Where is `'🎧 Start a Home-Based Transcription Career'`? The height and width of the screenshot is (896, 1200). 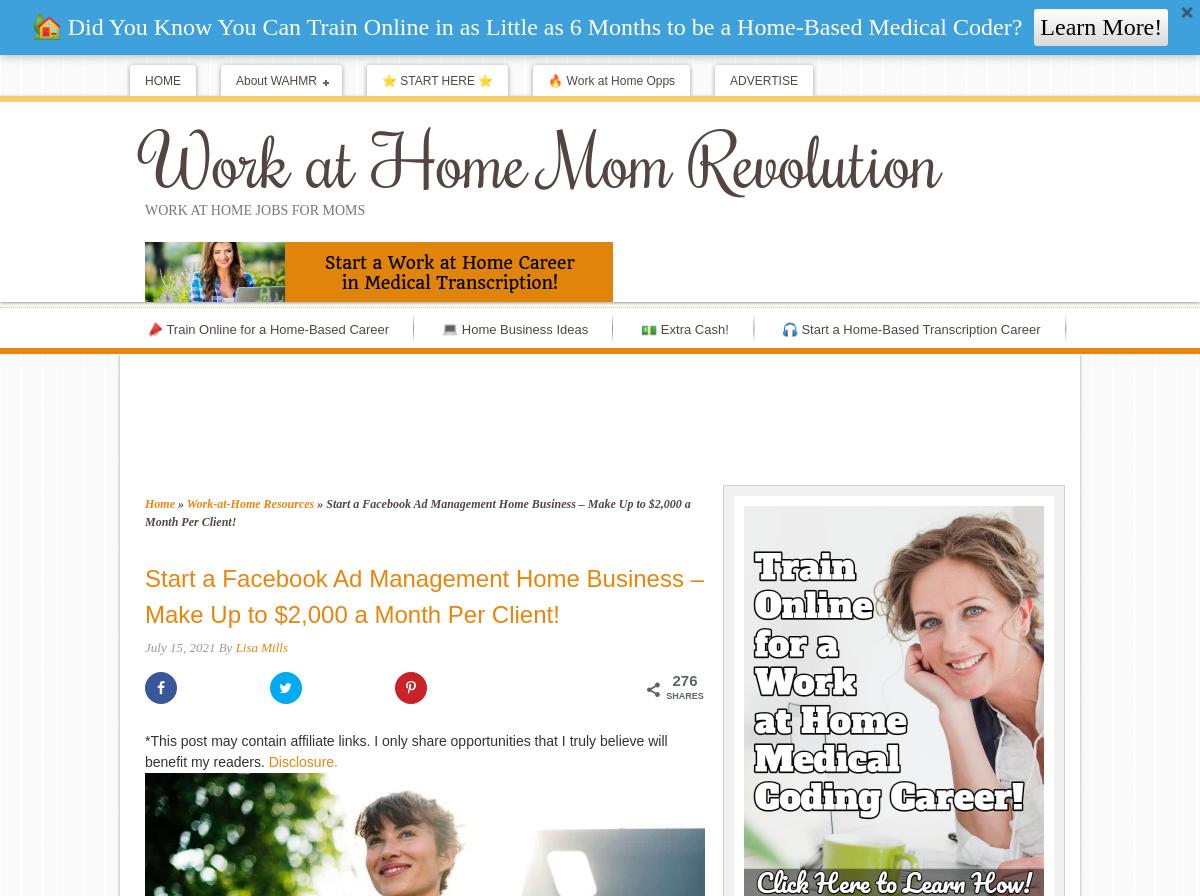
'🎧 Start a Home-Based Transcription Career' is located at coordinates (910, 329).